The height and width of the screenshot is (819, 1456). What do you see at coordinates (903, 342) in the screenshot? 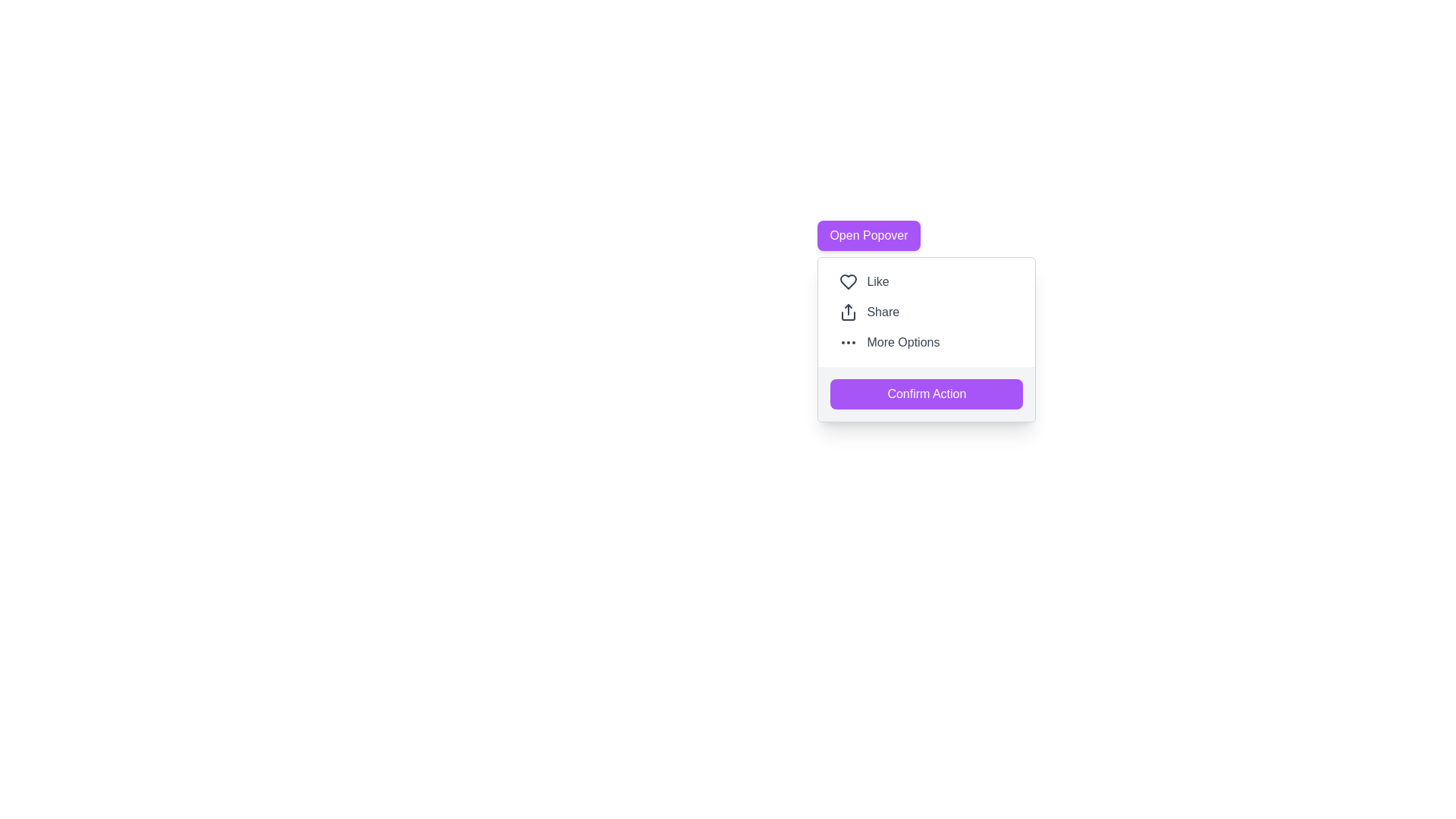
I see `text label indicating 'More Options' located in the lower section of a popover menu, to the right of three circular ellipsis dots` at bounding box center [903, 342].